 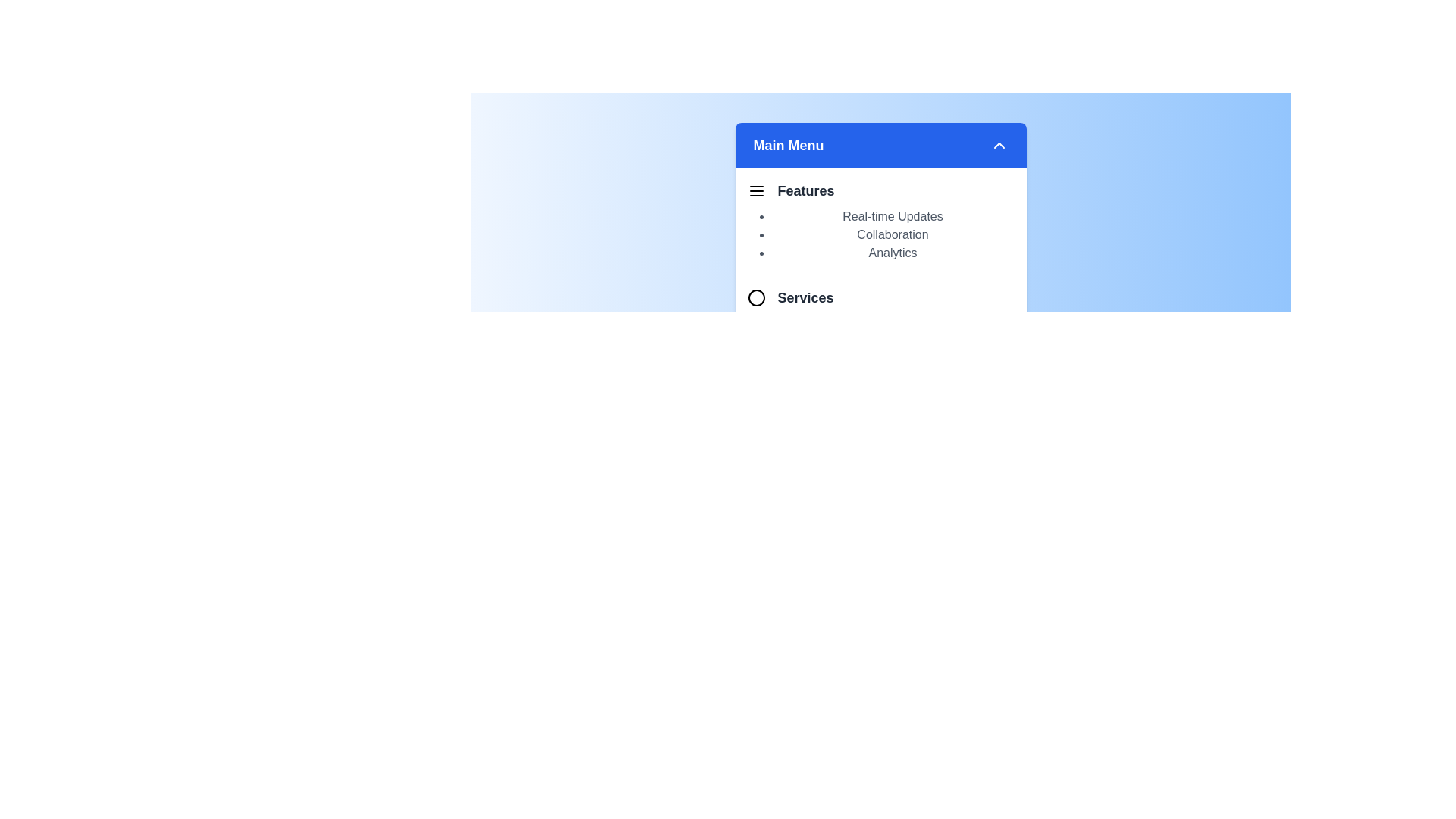 What do you see at coordinates (880, 193) in the screenshot?
I see `the section header Features to toggle its visibility` at bounding box center [880, 193].